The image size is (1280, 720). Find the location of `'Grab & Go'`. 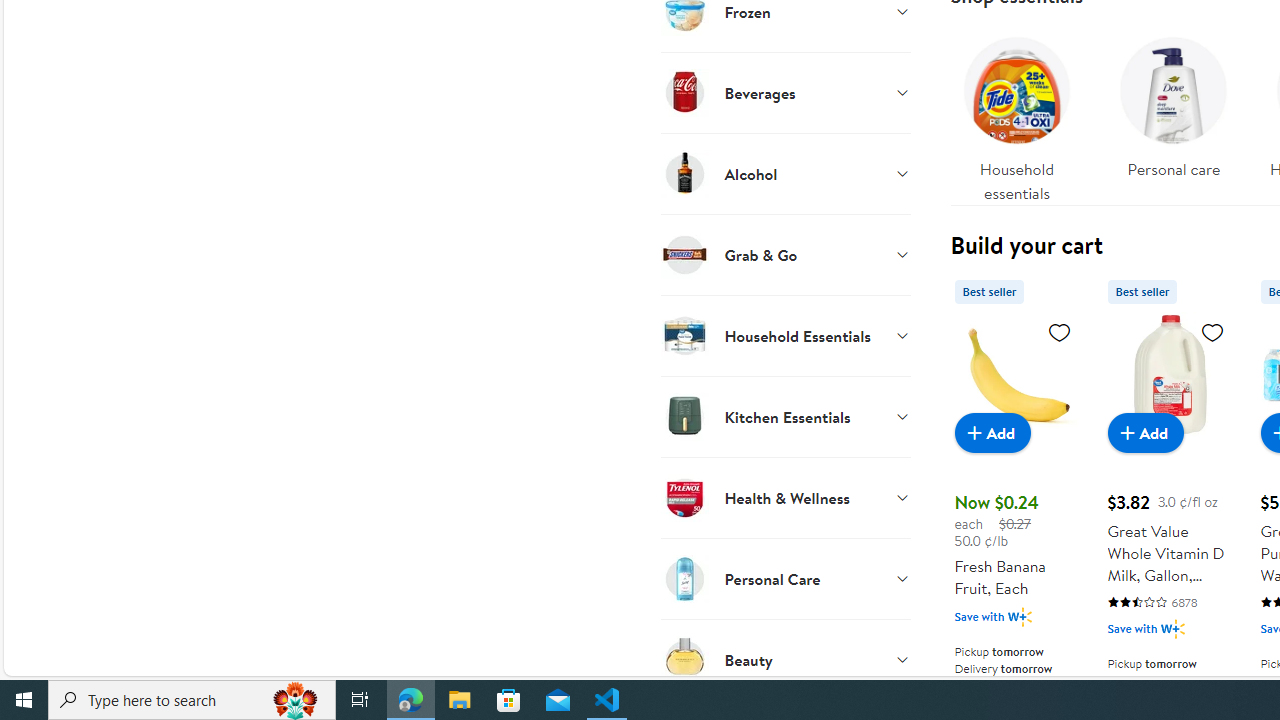

'Grab & Go' is located at coordinates (784, 253).